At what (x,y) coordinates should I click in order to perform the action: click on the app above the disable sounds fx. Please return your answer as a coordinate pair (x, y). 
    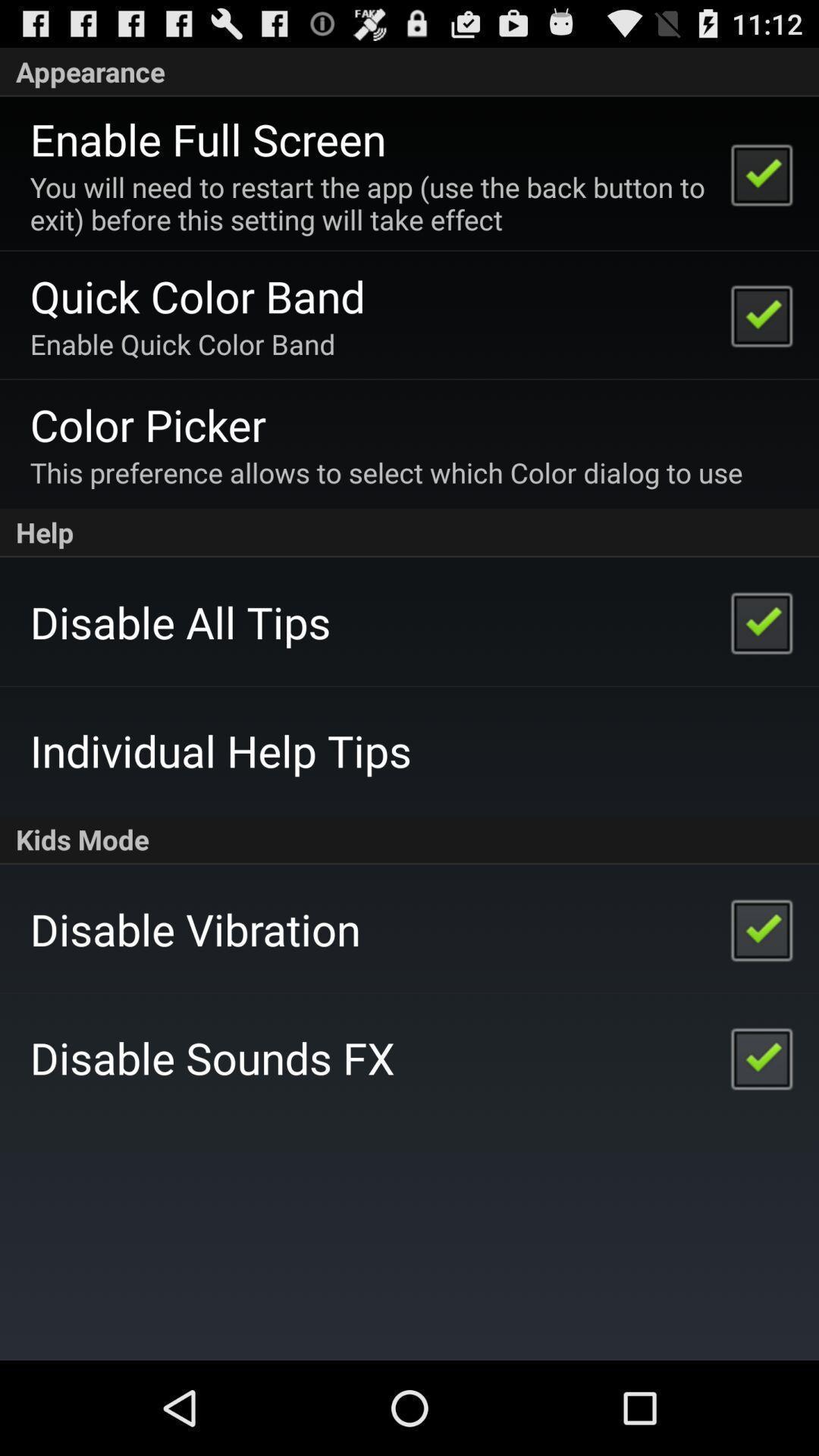
    Looking at the image, I should click on (194, 928).